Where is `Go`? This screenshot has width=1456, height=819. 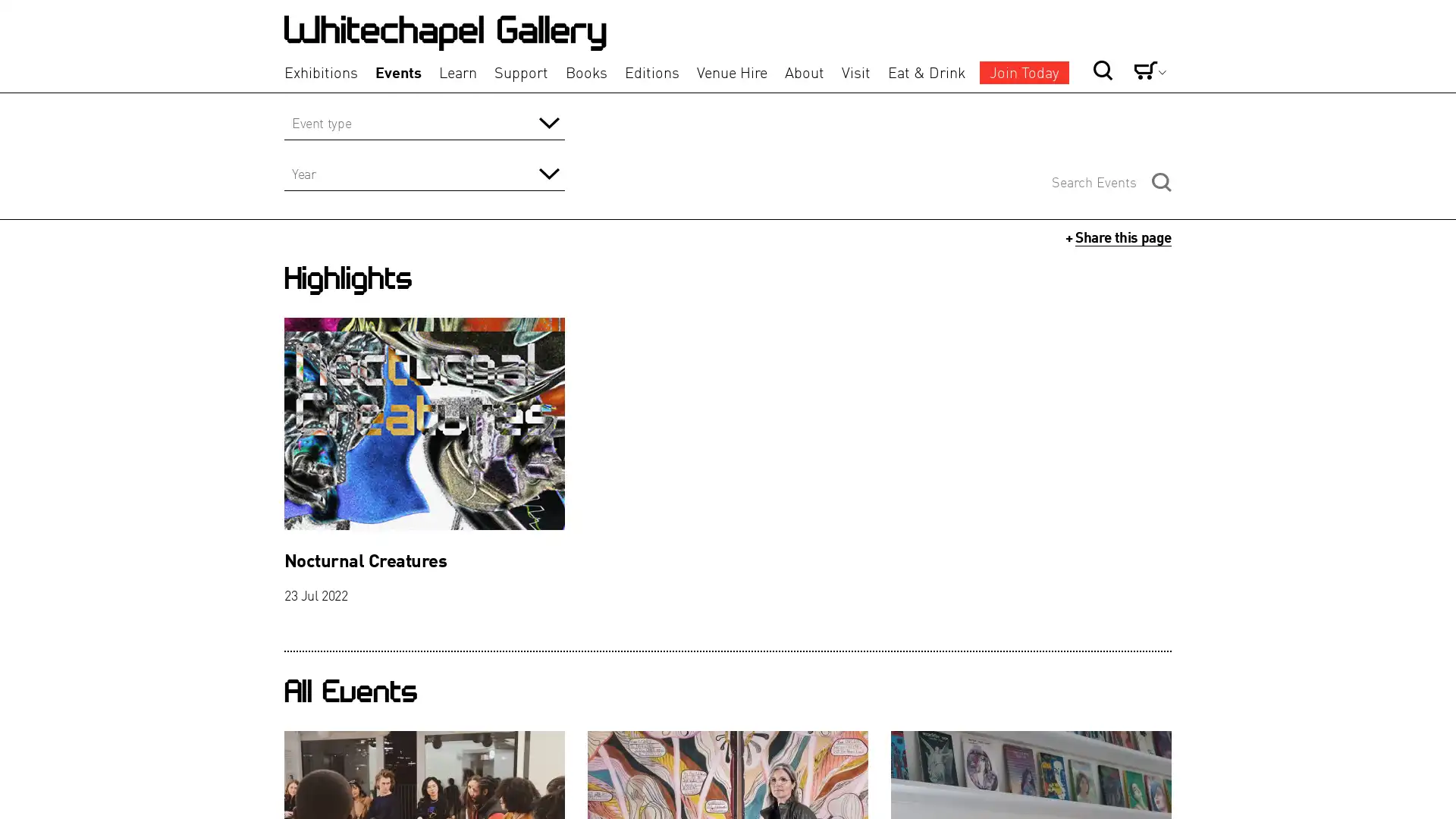 Go is located at coordinates (1051, 44).